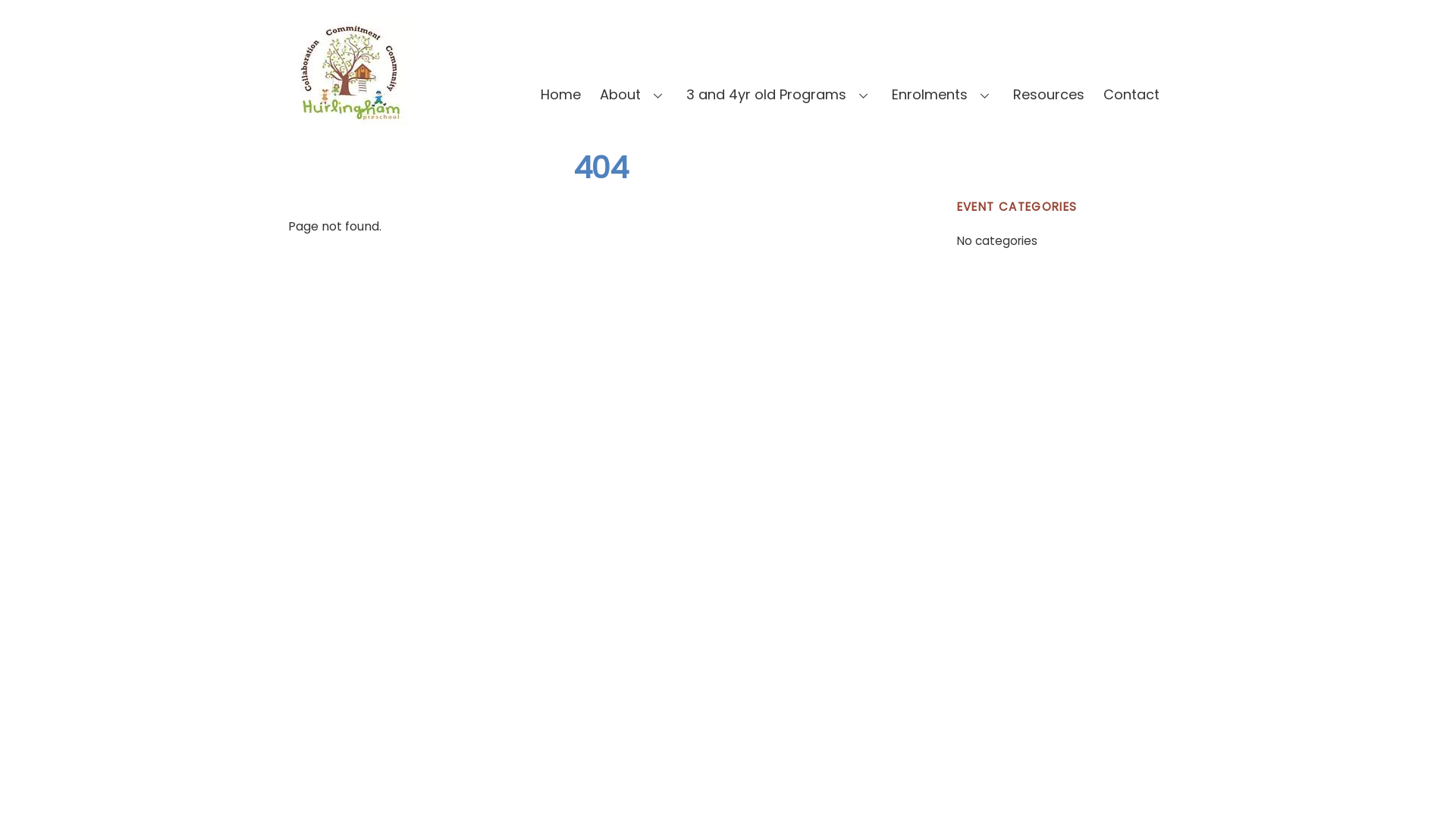 The image size is (1456, 819). I want to click on 'logo_01', so click(348, 71).